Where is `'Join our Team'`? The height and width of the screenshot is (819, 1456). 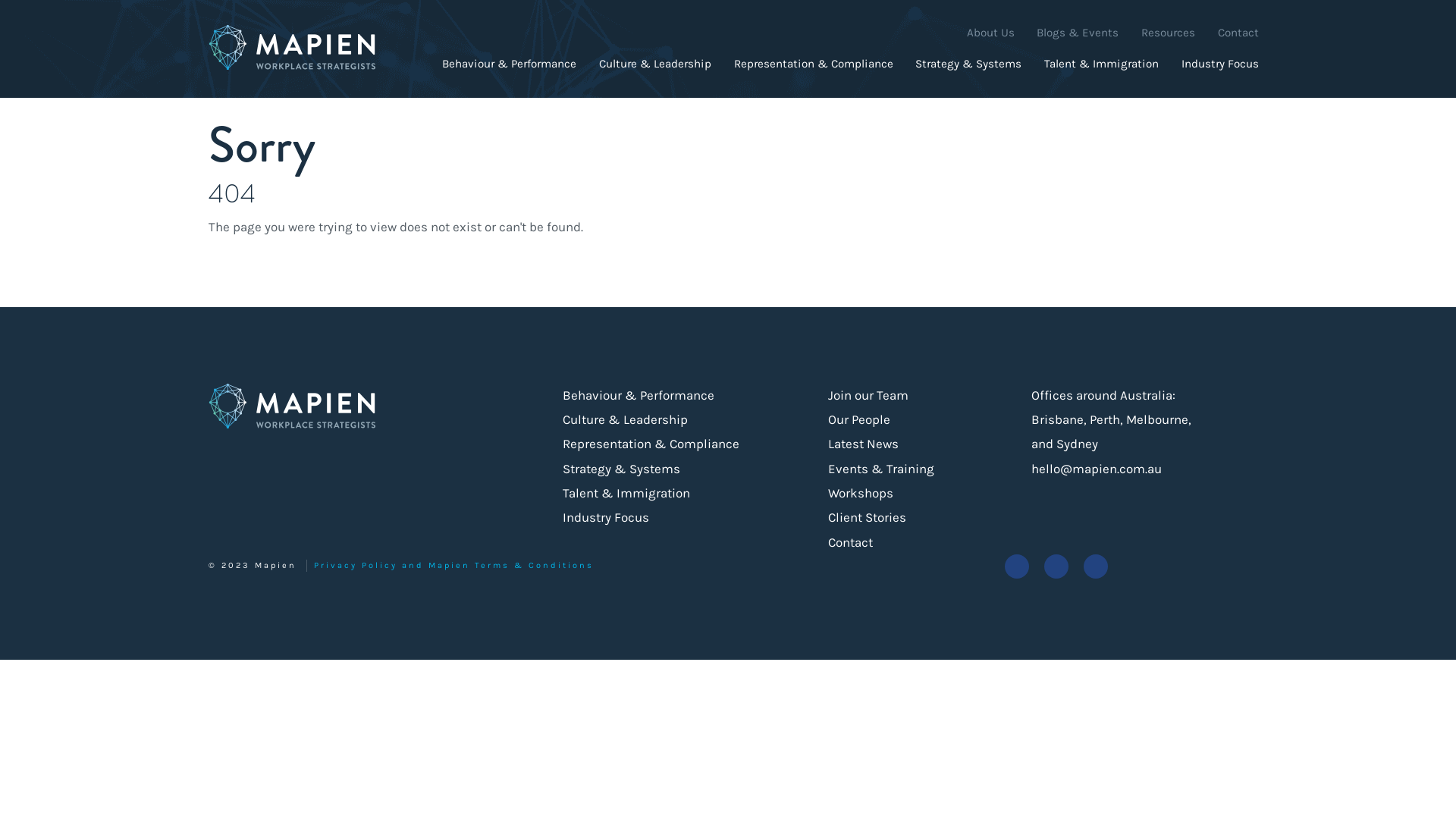 'Join our Team' is located at coordinates (868, 394).